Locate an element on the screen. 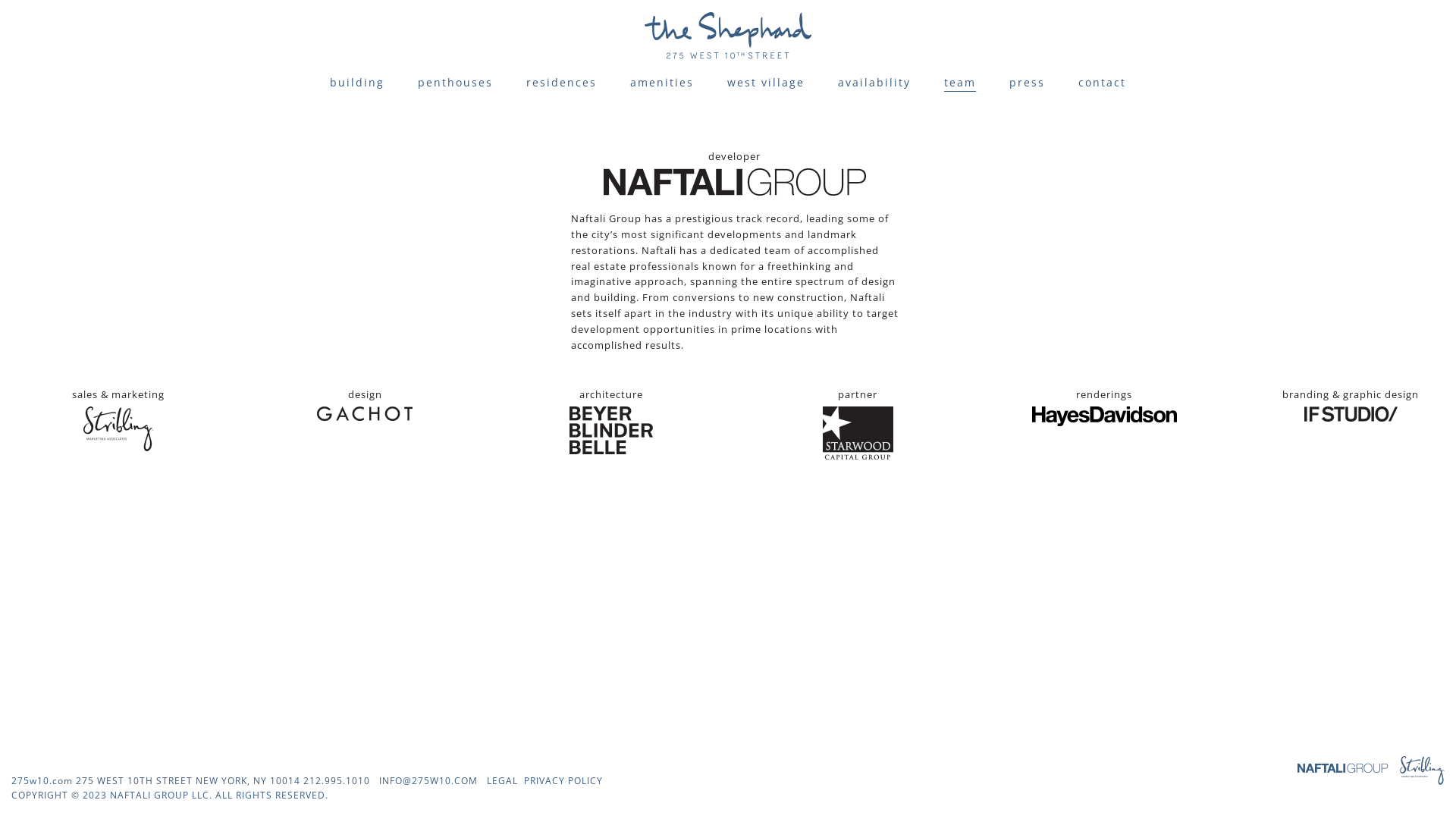 The width and height of the screenshot is (1456, 819). 'press' is located at coordinates (1027, 82).